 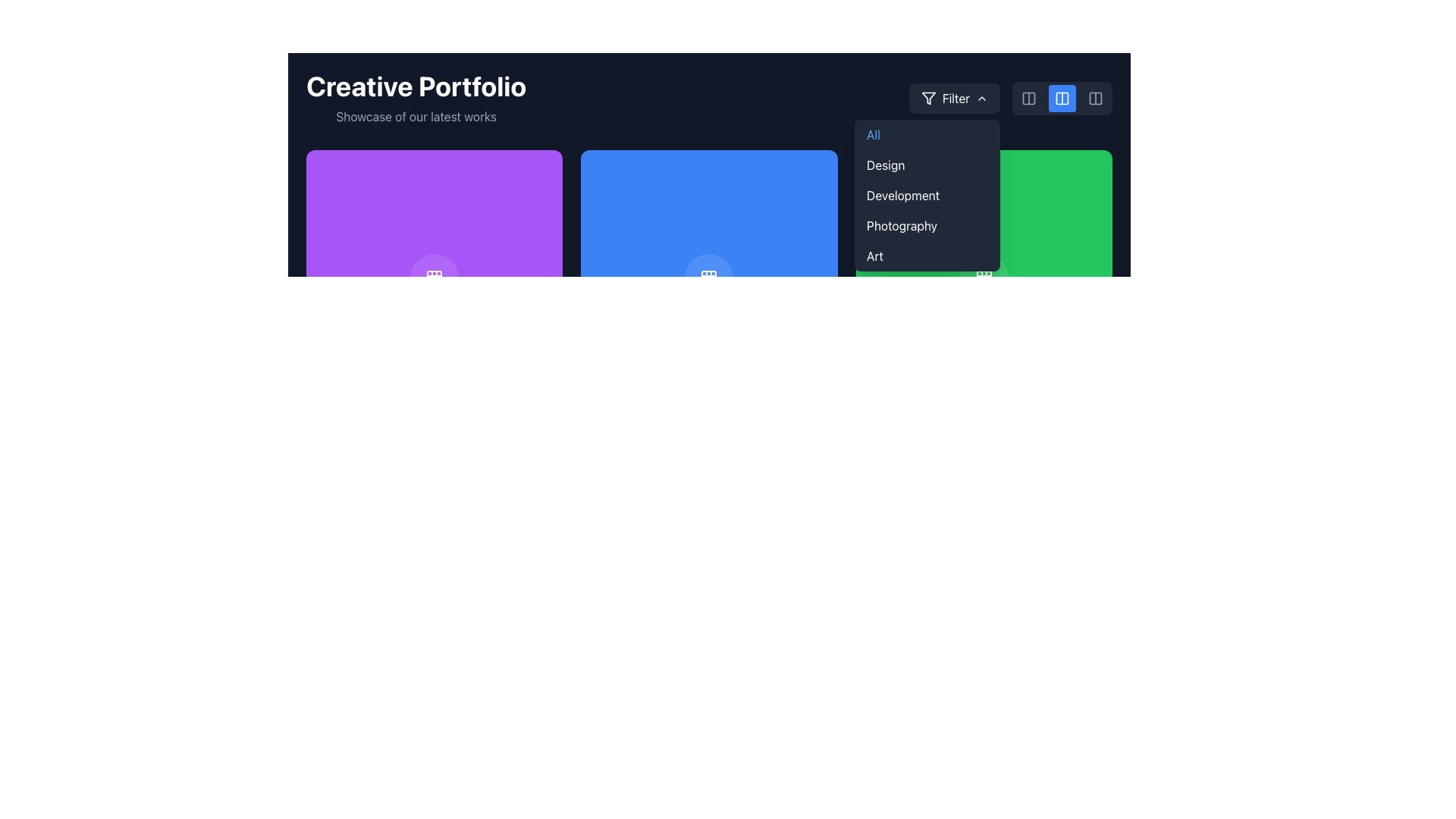 What do you see at coordinates (927, 225) in the screenshot?
I see `the 'Photography' menu item in the dropdown menu` at bounding box center [927, 225].